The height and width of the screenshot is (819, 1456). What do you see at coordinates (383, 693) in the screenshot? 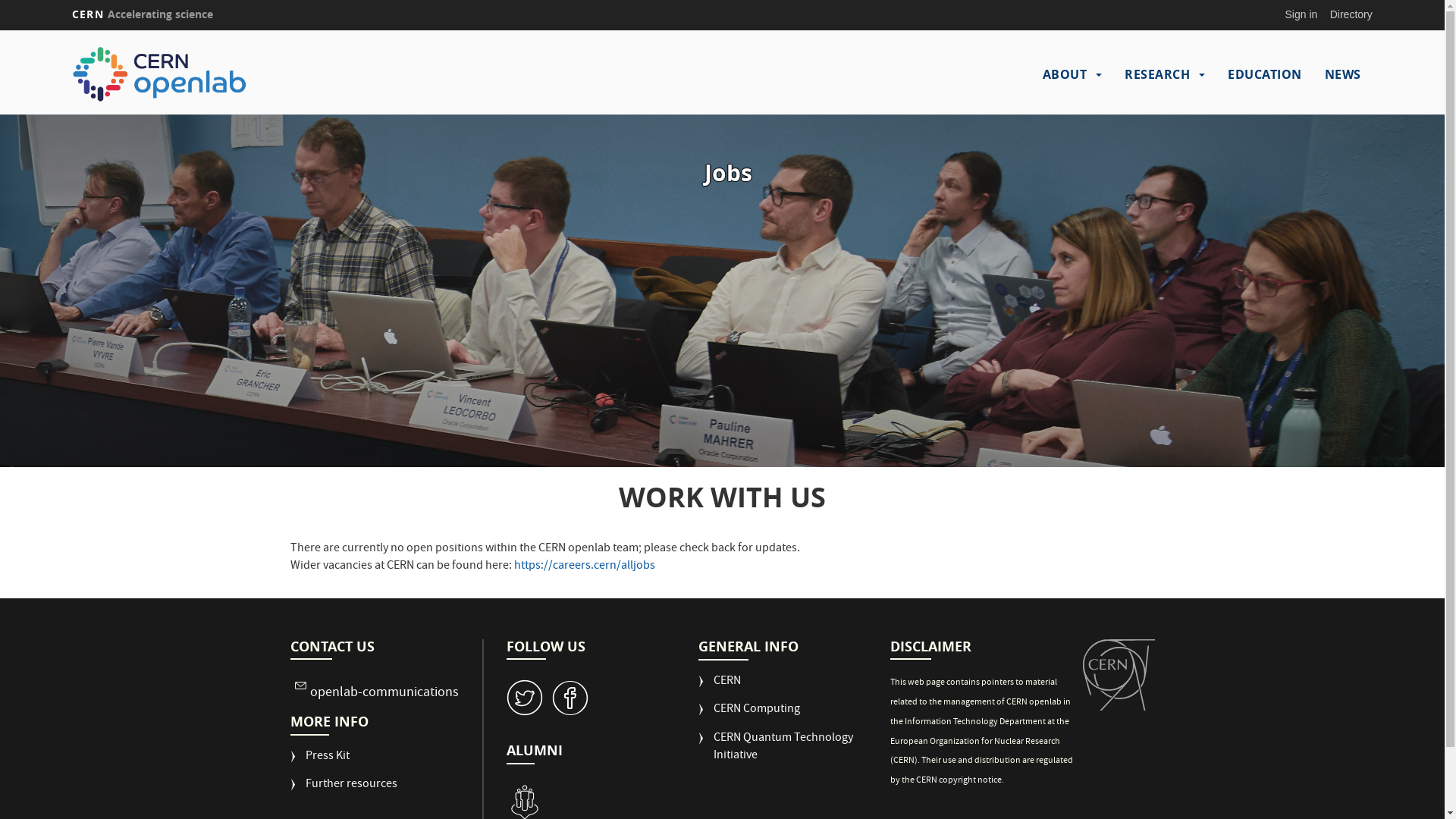
I see `'openlab-communications'` at bounding box center [383, 693].